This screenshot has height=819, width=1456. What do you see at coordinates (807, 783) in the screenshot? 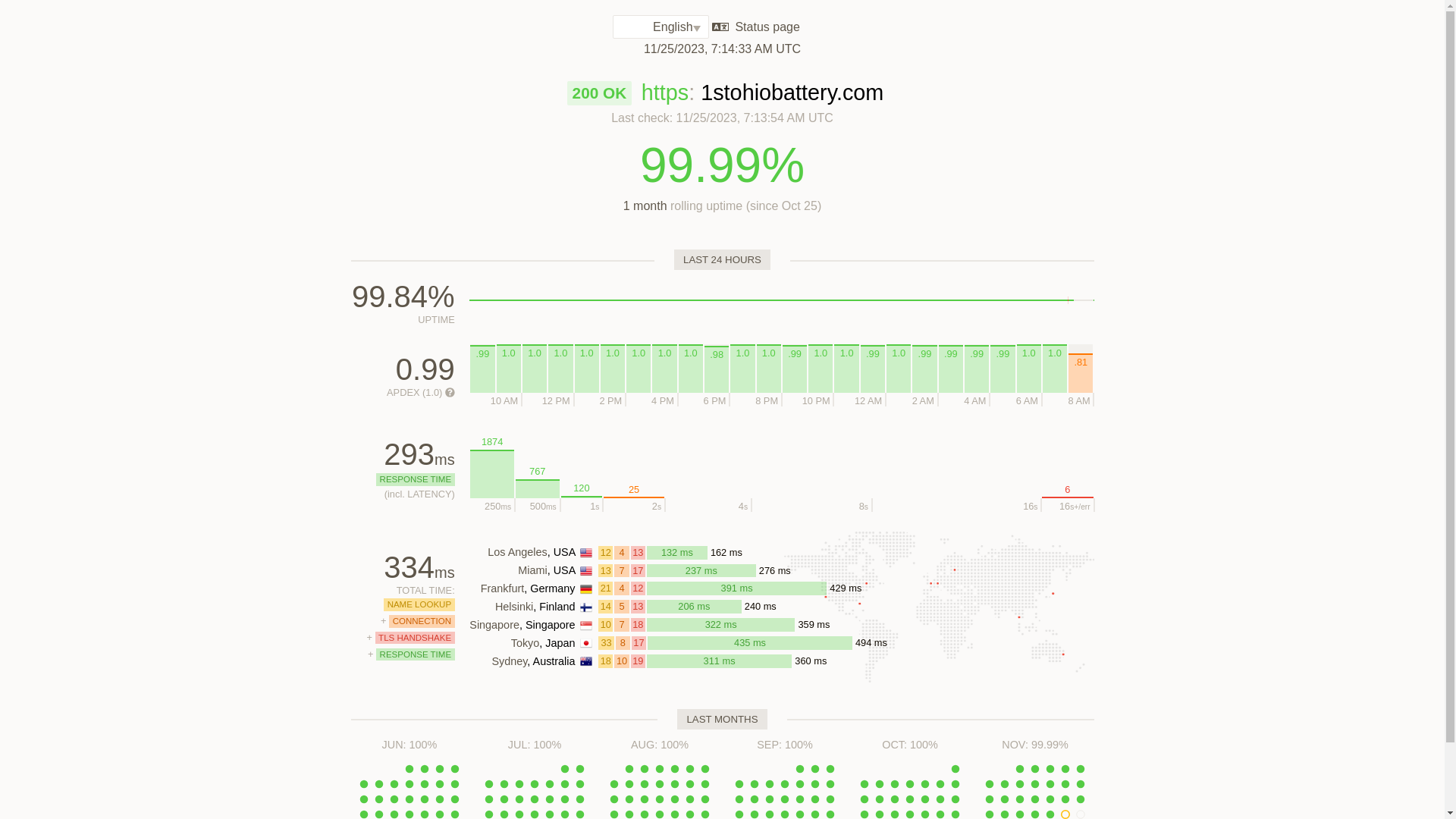
I see `'<small>Sep 09:</small> No downtime'` at bounding box center [807, 783].